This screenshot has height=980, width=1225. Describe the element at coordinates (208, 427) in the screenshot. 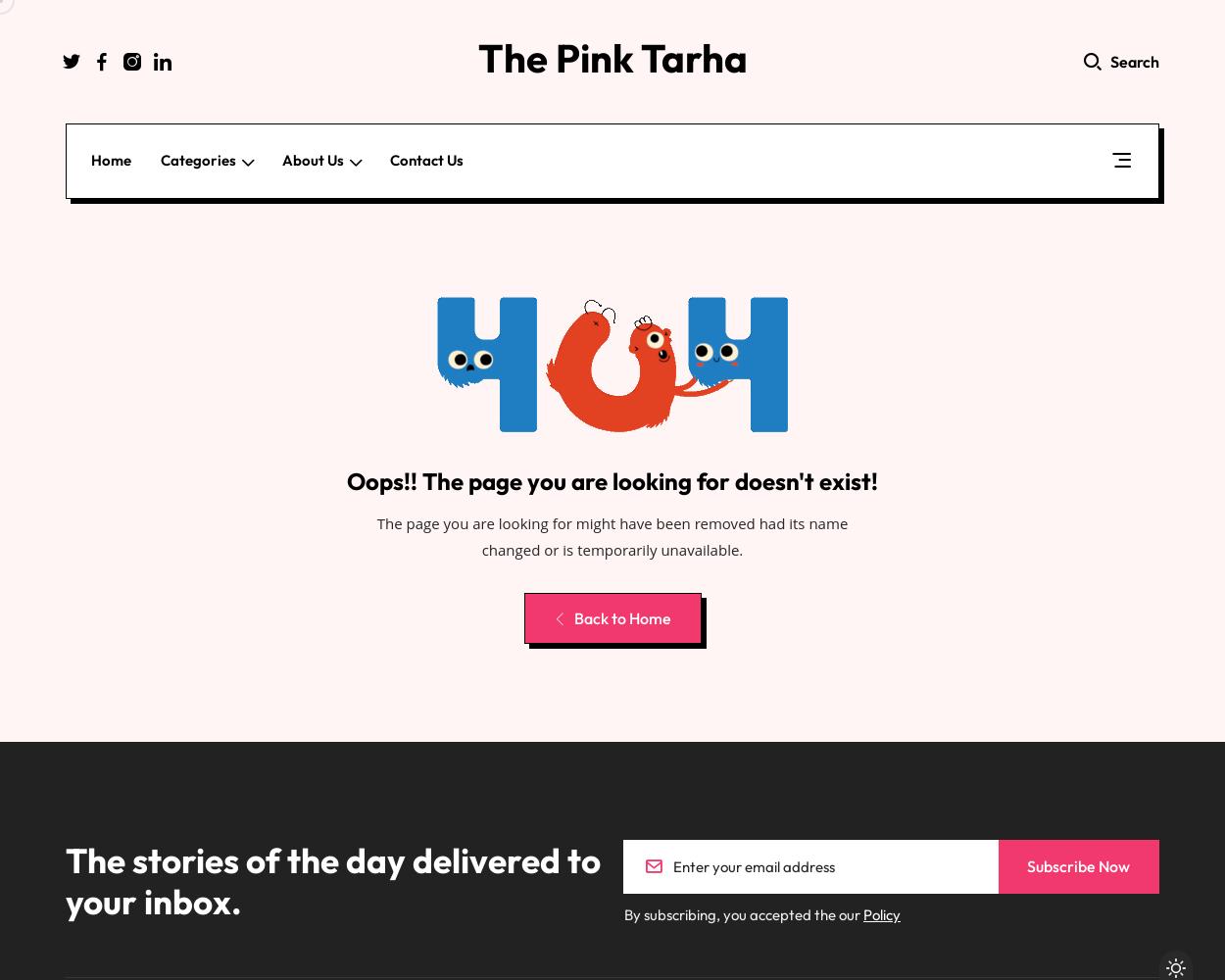

I see `'Events'` at that location.